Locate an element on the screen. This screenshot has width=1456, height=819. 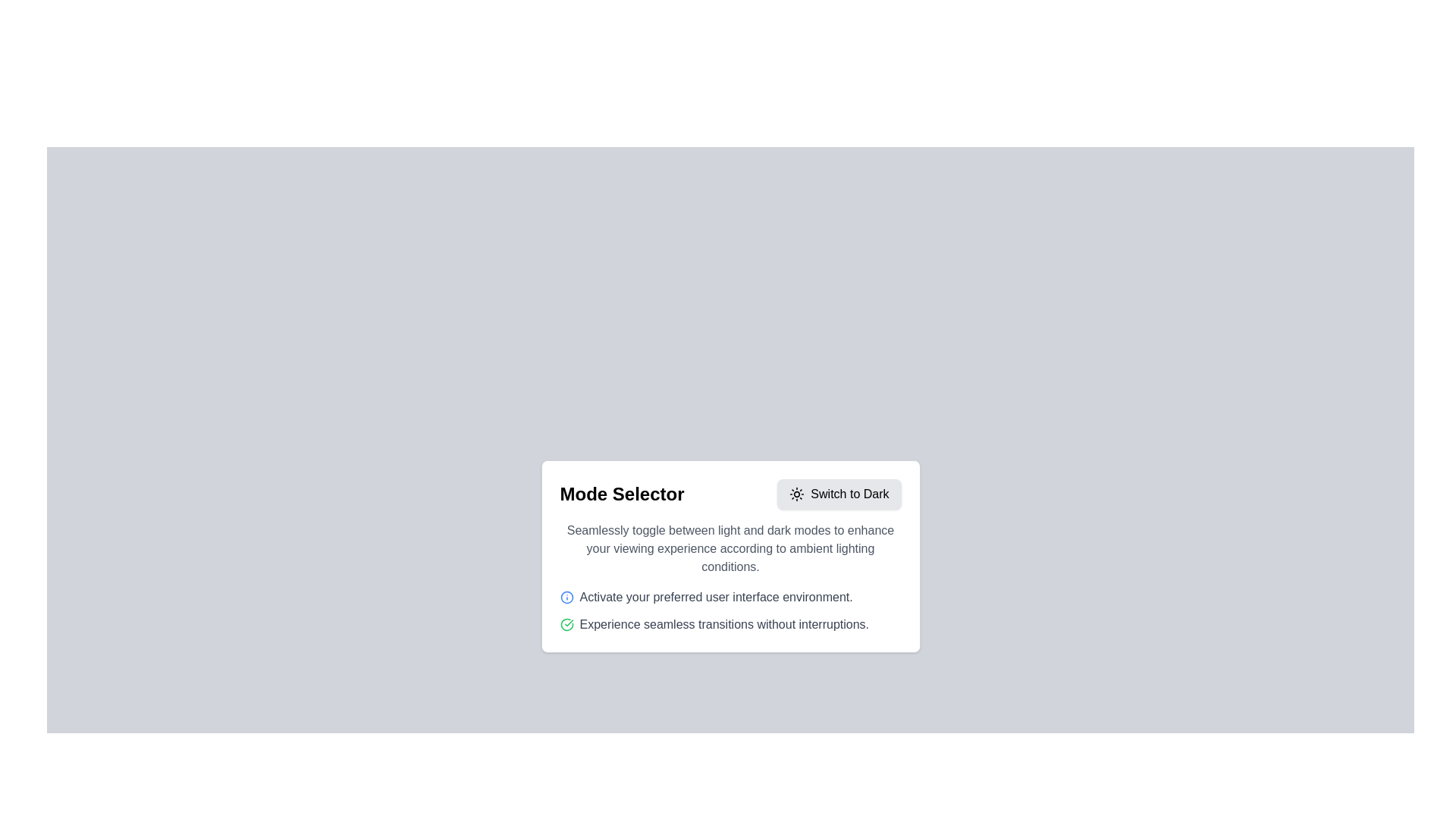
the text content element displaying 'Activate your preferred user interface environment.' which is styled in dark-gray against a light background, located below the card heading is located at coordinates (715, 596).